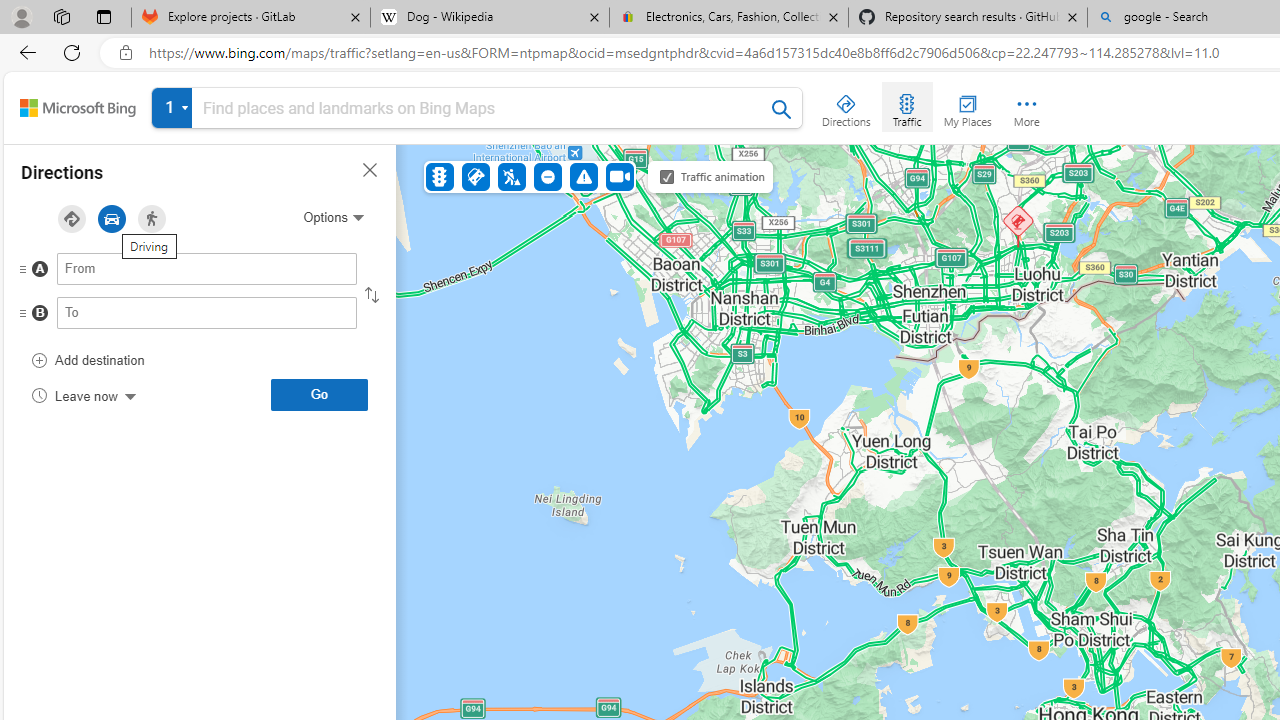  Describe the element at coordinates (111, 219) in the screenshot. I see `'Driving'` at that location.